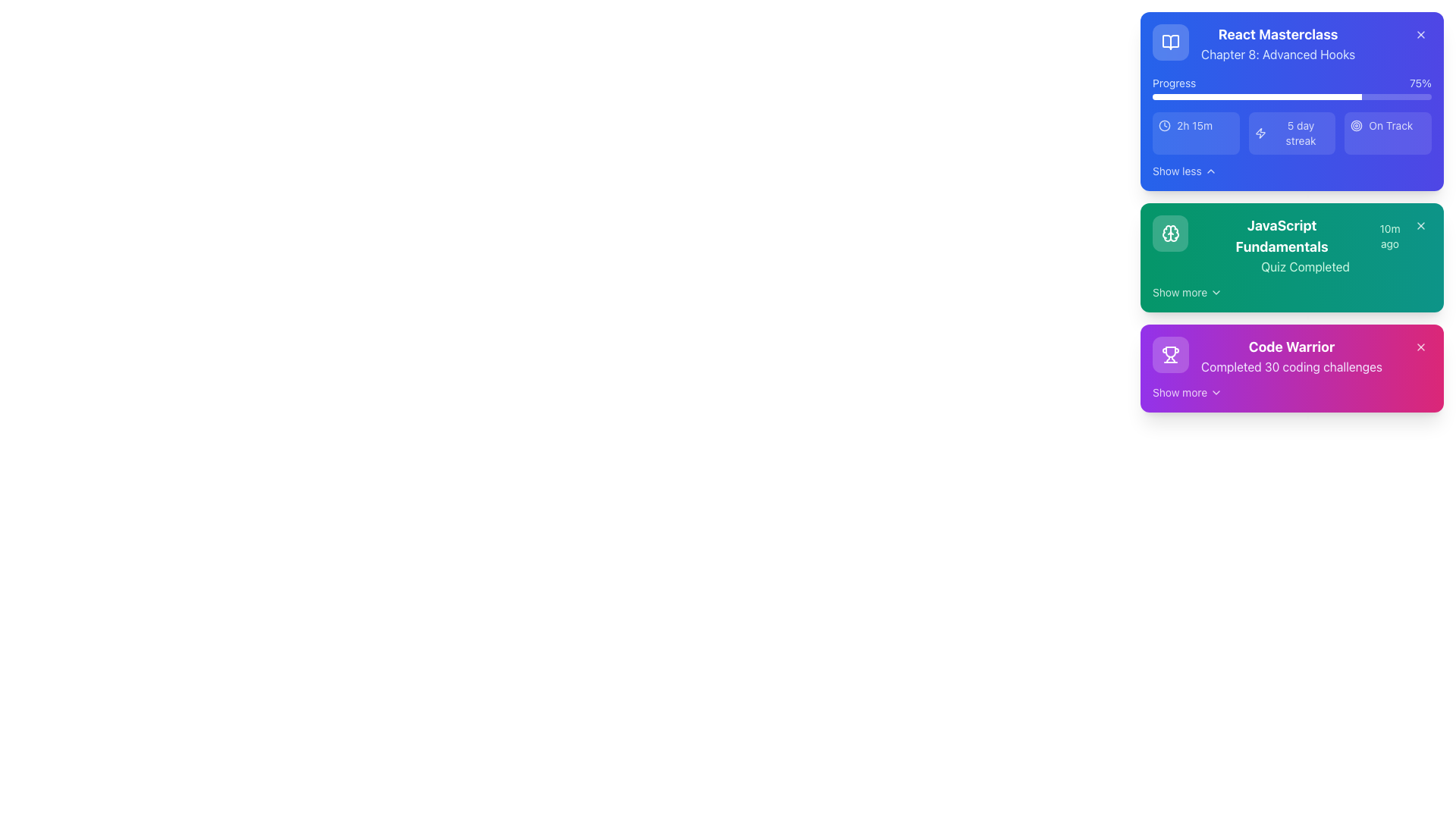 This screenshot has width=1456, height=819. I want to click on the 'X' icon, which is part of a circular button located at the top right corner of the 'React Masterclass' card, so click(1420, 34).